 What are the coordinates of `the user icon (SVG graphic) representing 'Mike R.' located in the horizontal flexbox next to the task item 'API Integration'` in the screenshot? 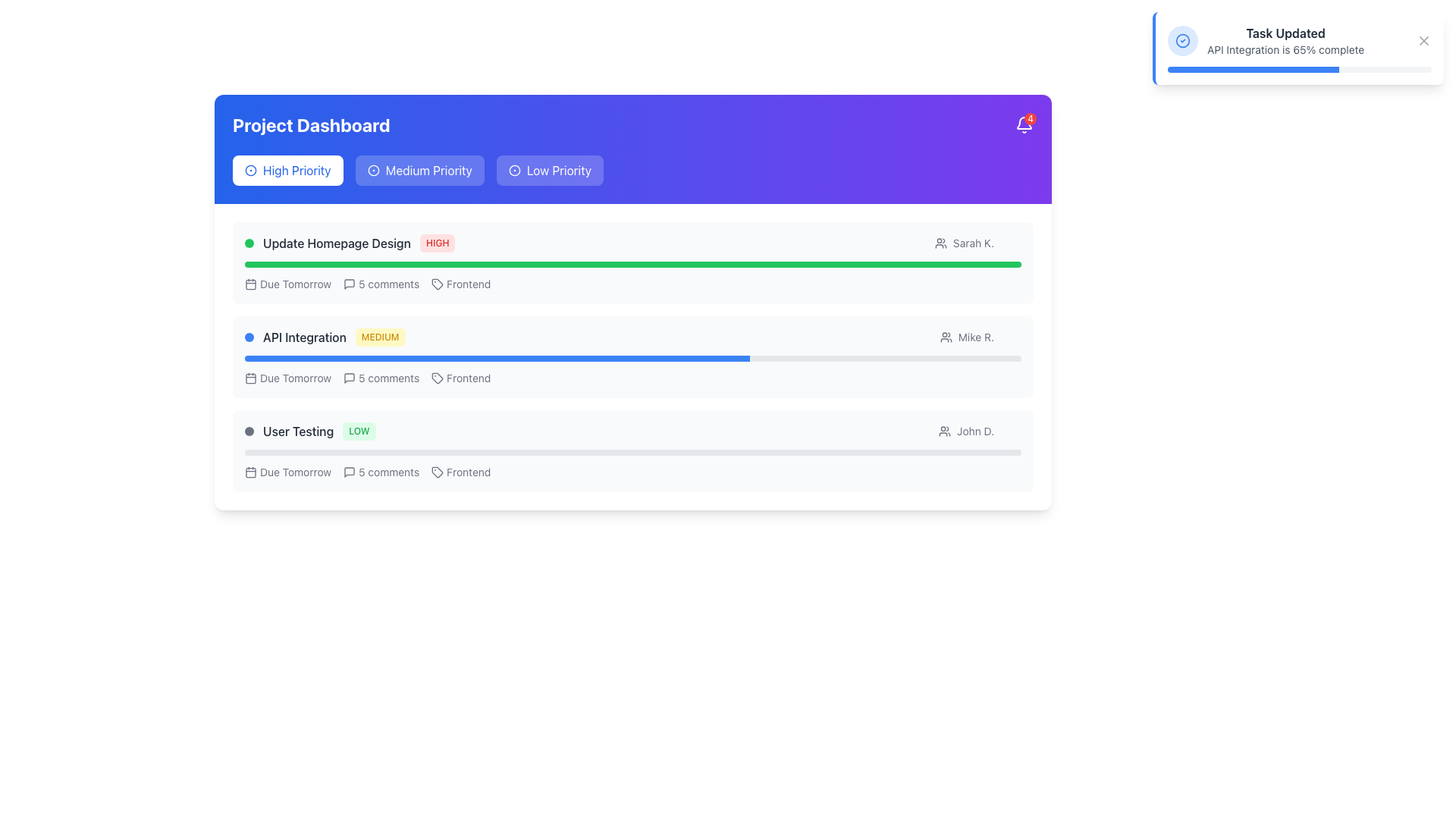 It's located at (945, 336).